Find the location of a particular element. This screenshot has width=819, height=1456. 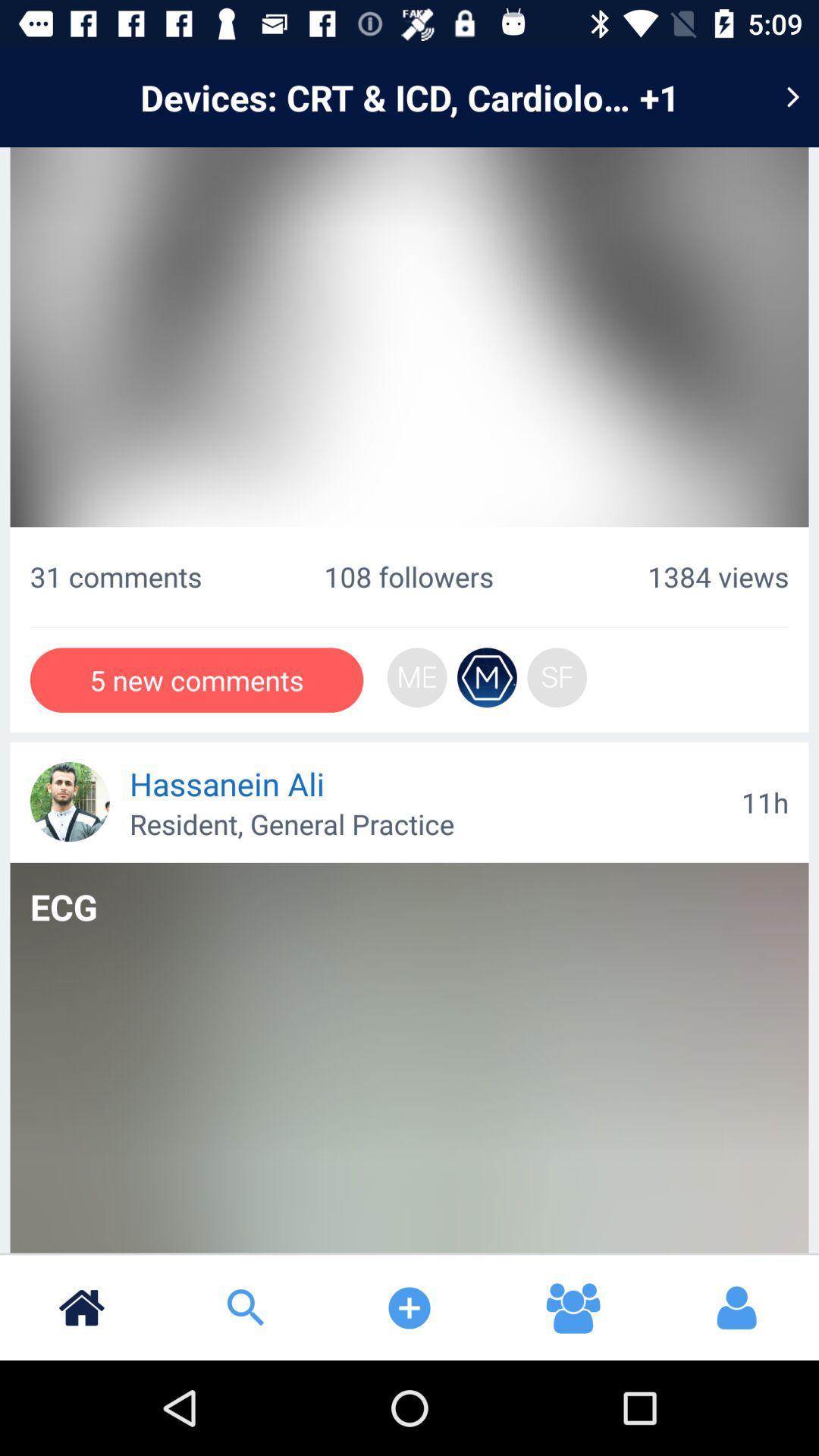

the arrow_forward icon is located at coordinates (792, 96).